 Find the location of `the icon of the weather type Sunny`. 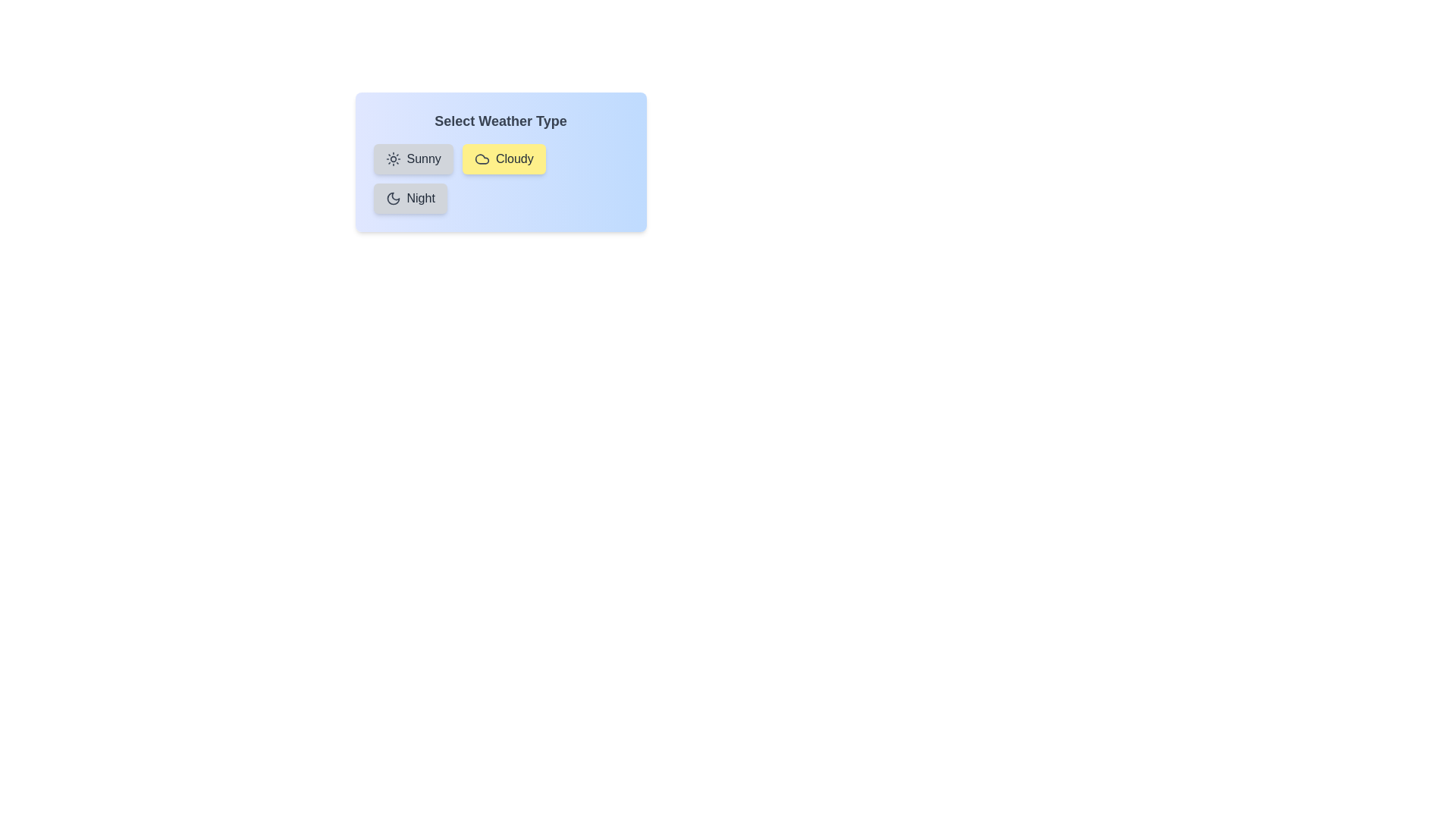

the icon of the weather type Sunny is located at coordinates (393, 158).